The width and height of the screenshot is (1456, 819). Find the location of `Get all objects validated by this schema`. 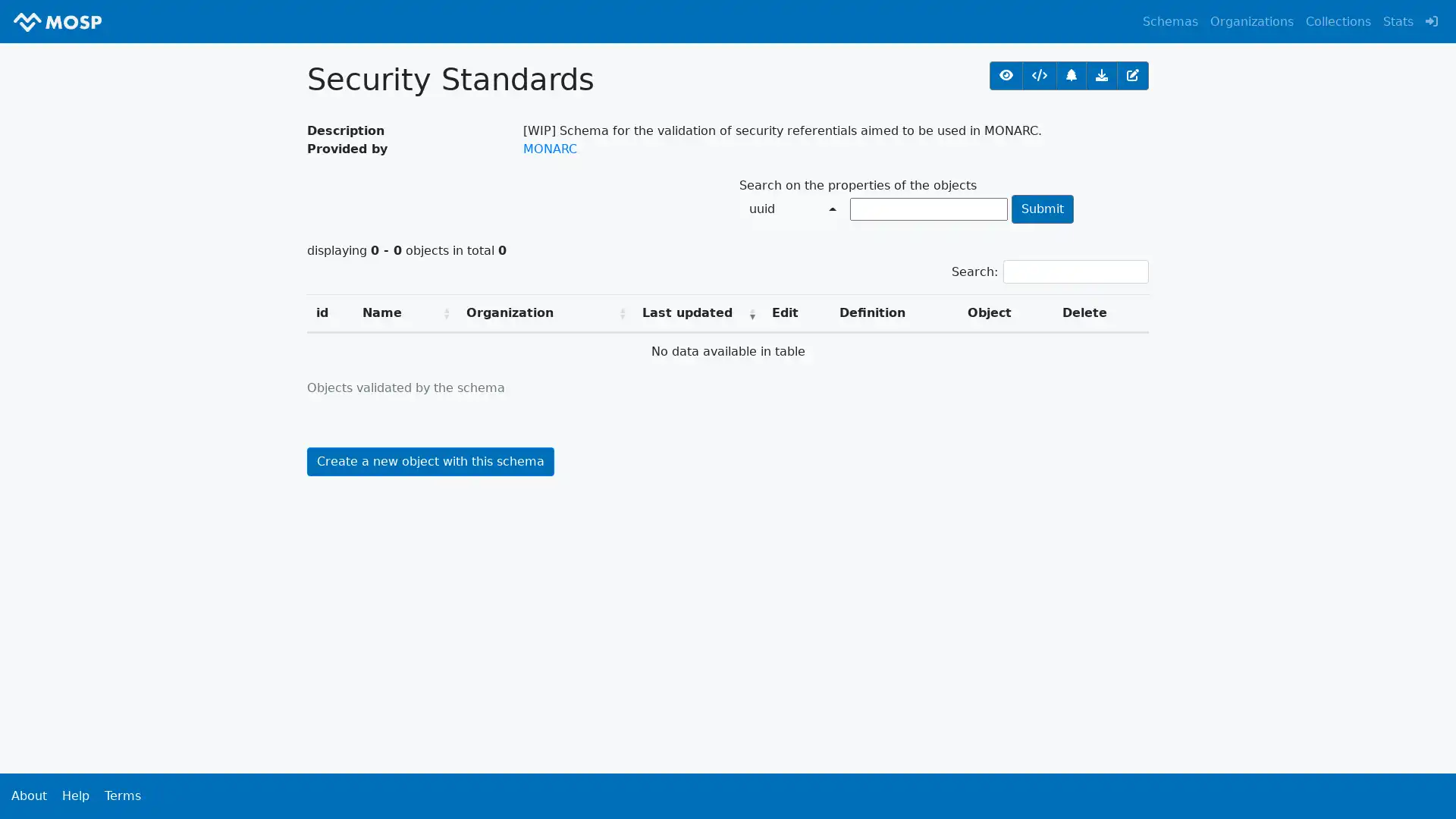

Get all objects validated by this schema is located at coordinates (1102, 76).